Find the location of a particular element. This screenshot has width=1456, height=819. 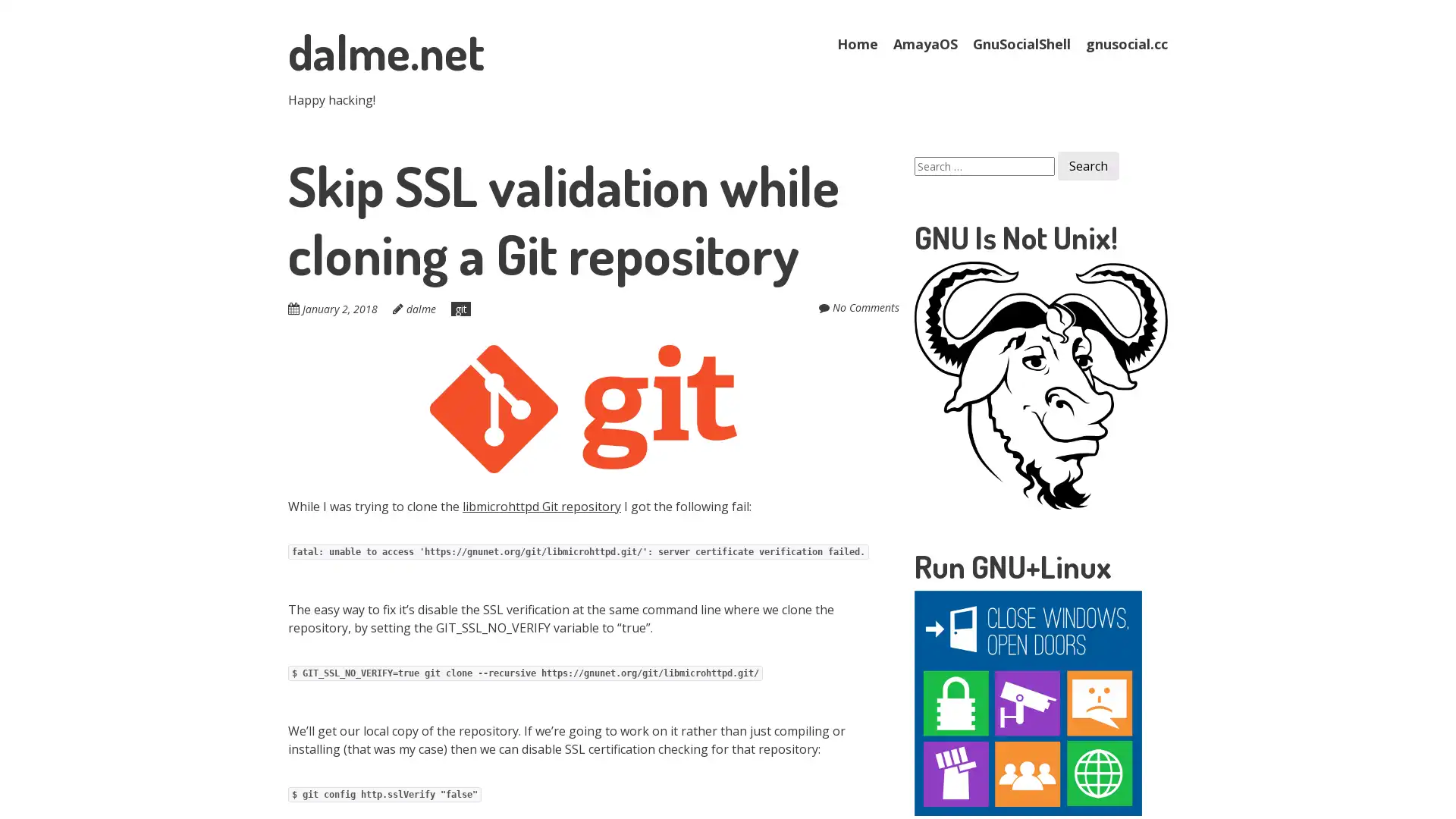

Search is located at coordinates (1087, 166).